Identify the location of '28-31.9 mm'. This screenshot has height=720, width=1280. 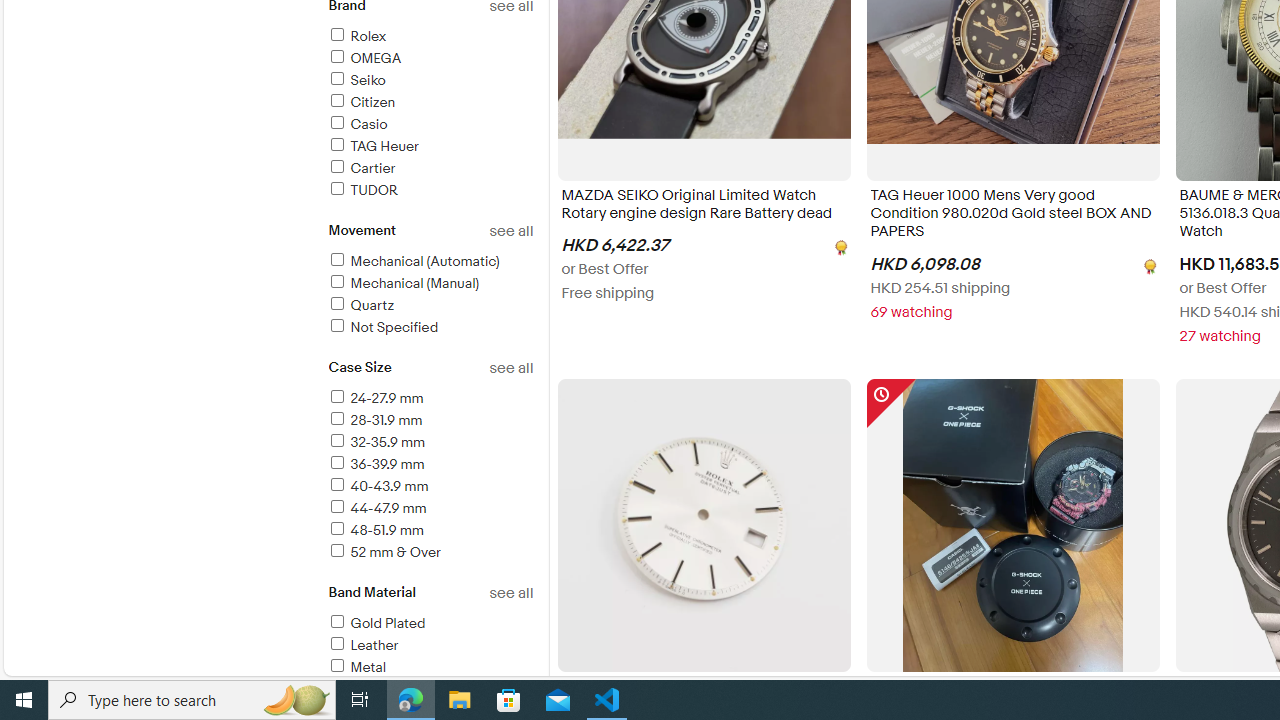
(429, 420).